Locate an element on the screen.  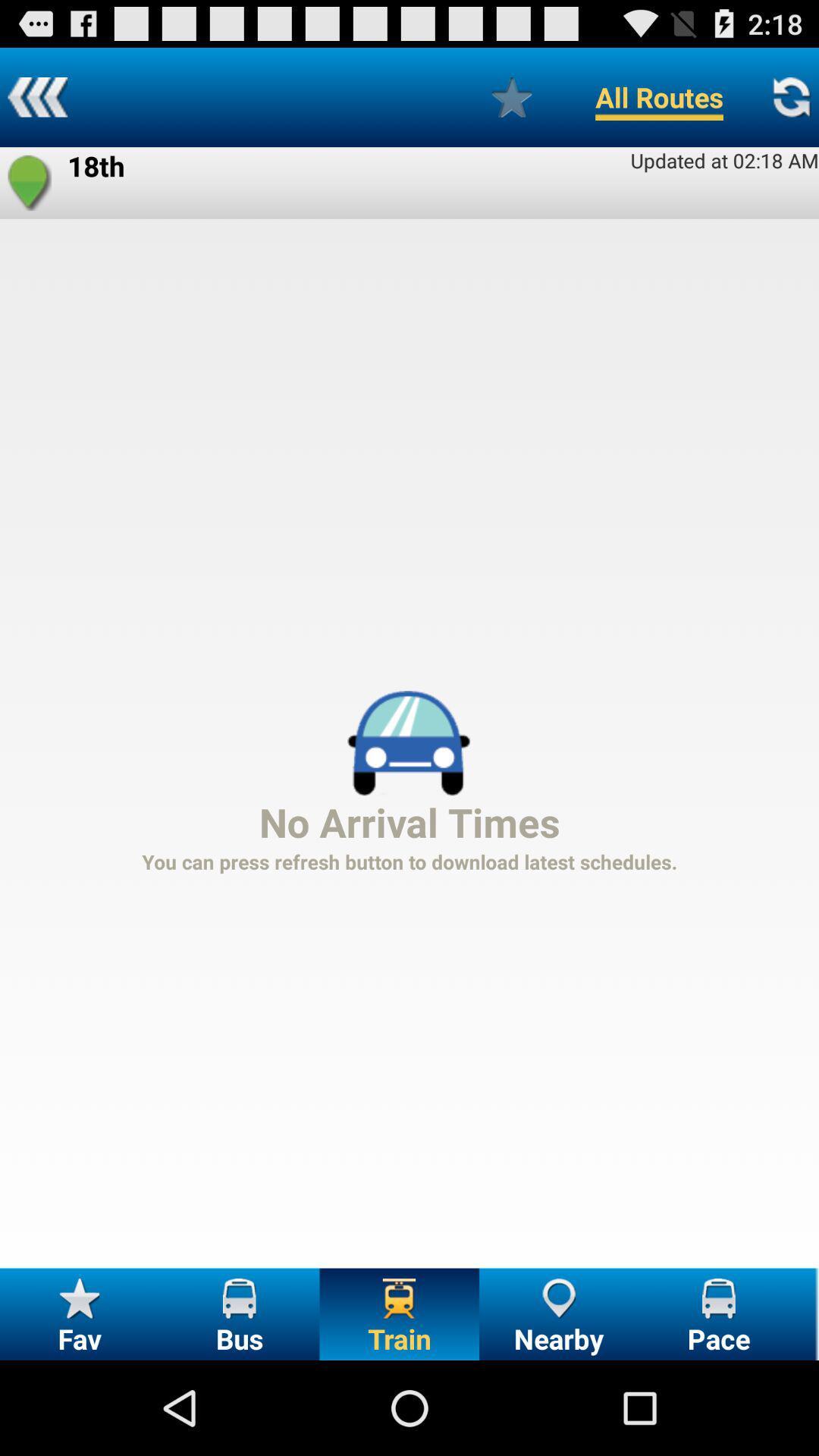
the star icon is located at coordinates (512, 103).